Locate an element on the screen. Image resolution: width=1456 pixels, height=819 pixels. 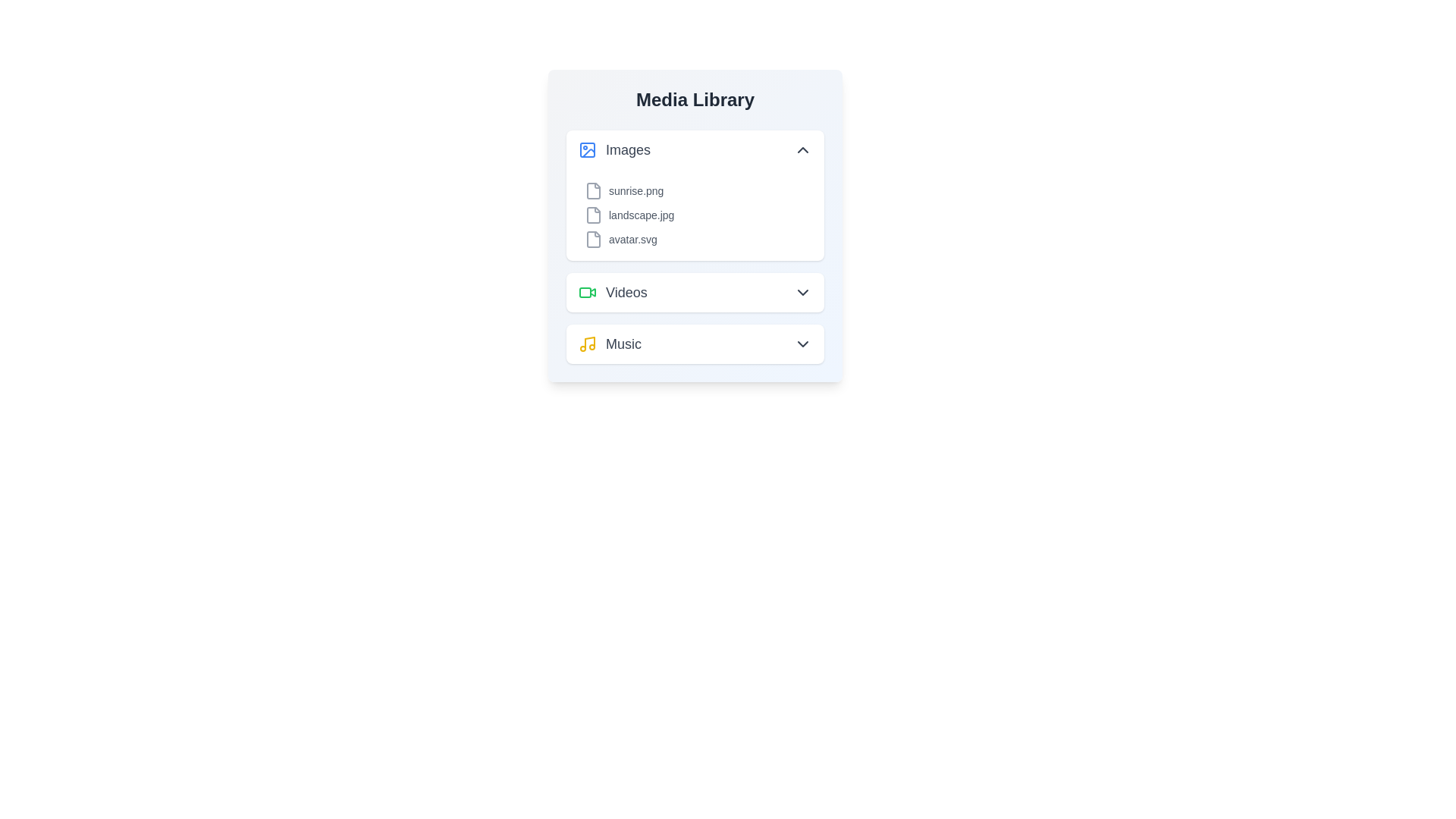
the text label indicating the contents of the 'Images' section within the media library, which is positioned to the right of a blue picture frame icon is located at coordinates (628, 149).